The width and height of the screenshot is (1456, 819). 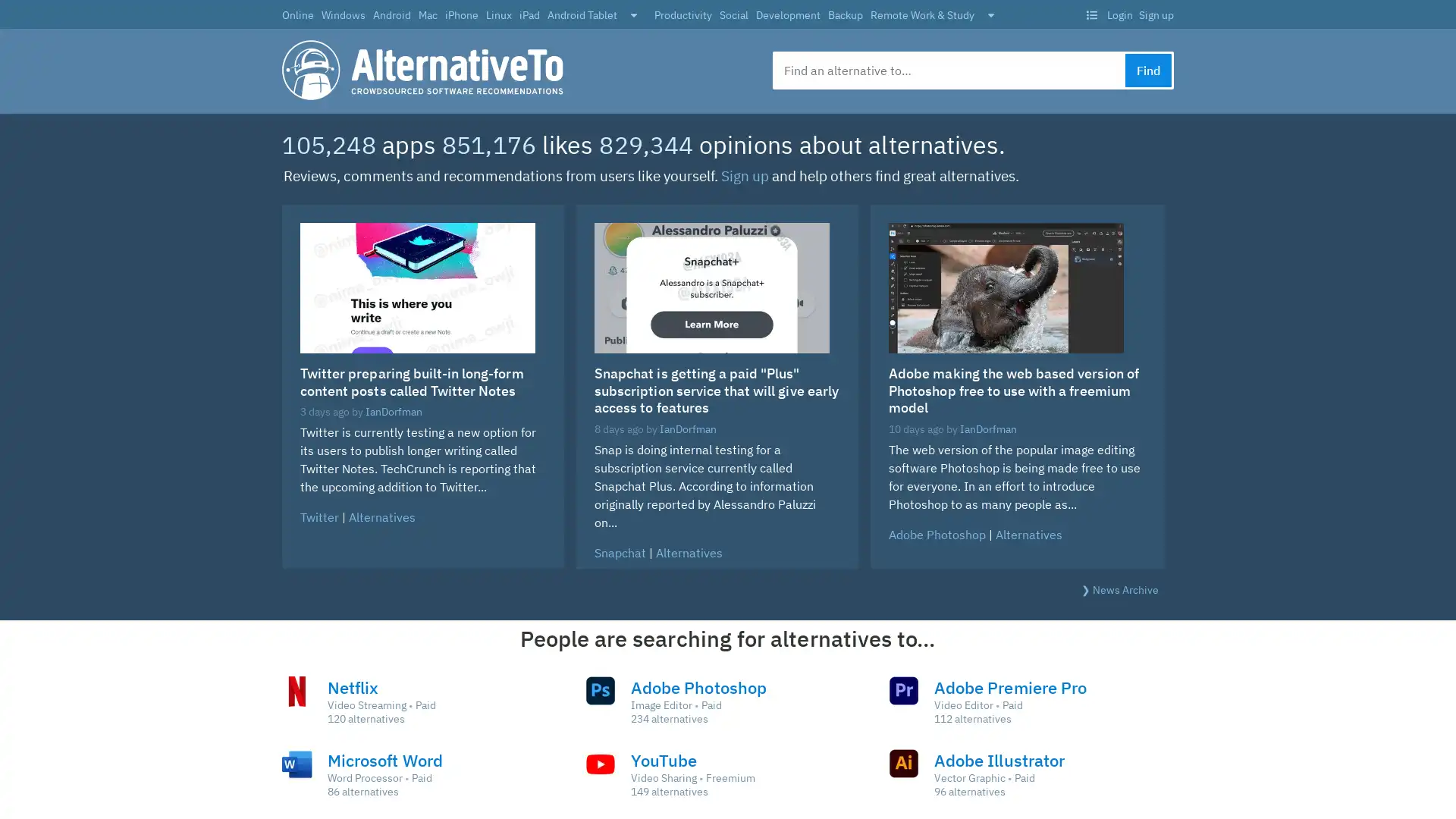 I want to click on Show Custom Lists, so click(x=1090, y=15).